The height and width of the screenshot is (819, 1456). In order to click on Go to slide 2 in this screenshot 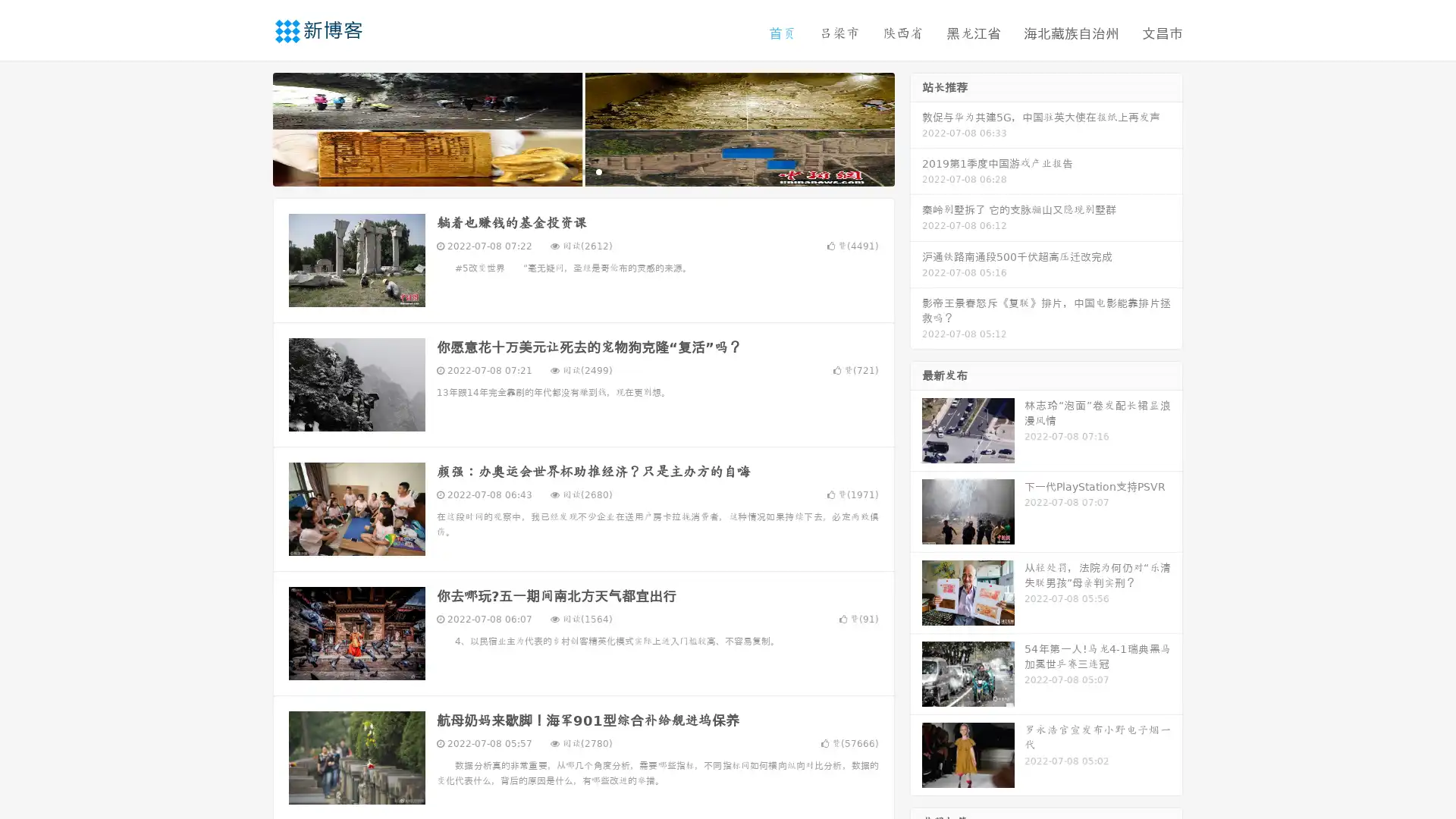, I will do `click(582, 171)`.